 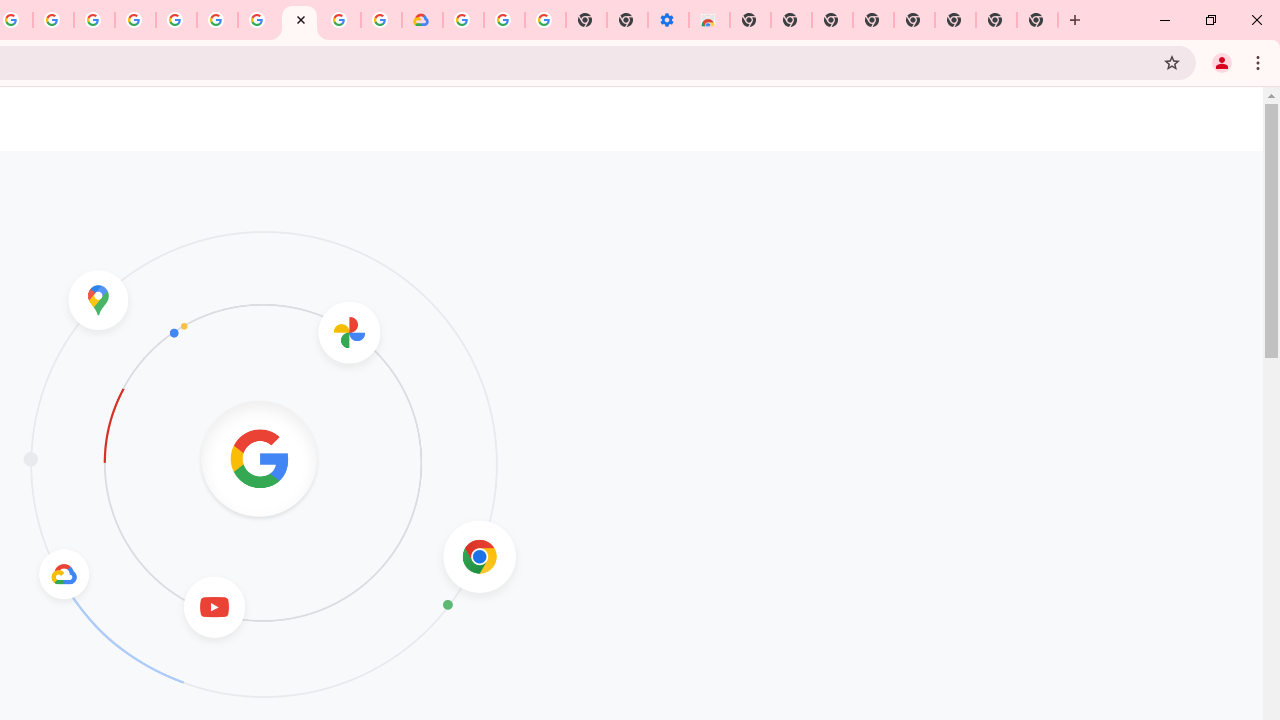 What do you see at coordinates (381, 20) in the screenshot?
I see `'Browse the Google Chrome Community - Google Chrome Community'` at bounding box center [381, 20].